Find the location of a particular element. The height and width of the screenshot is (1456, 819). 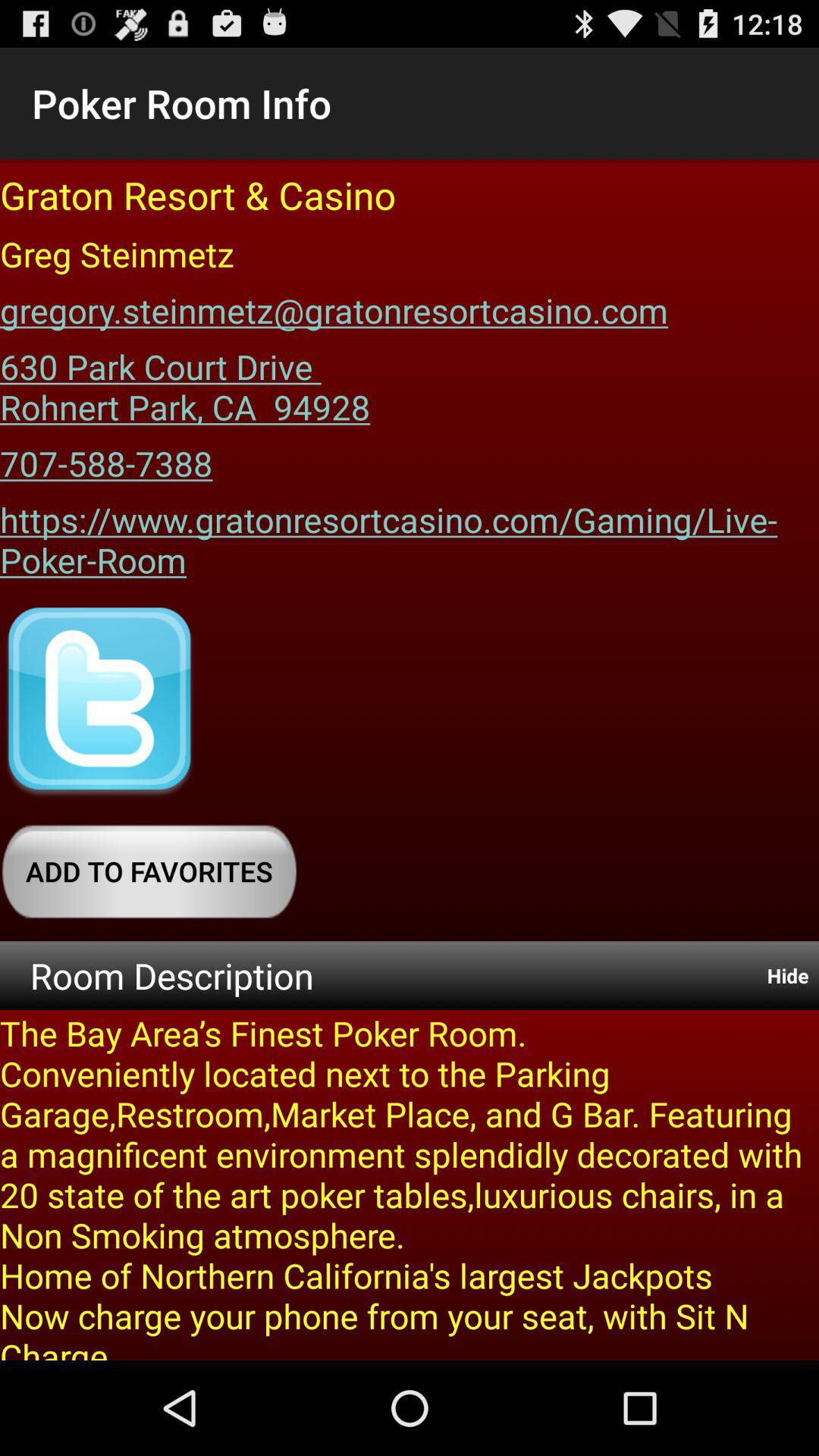

tweet link is located at coordinates (99, 701).